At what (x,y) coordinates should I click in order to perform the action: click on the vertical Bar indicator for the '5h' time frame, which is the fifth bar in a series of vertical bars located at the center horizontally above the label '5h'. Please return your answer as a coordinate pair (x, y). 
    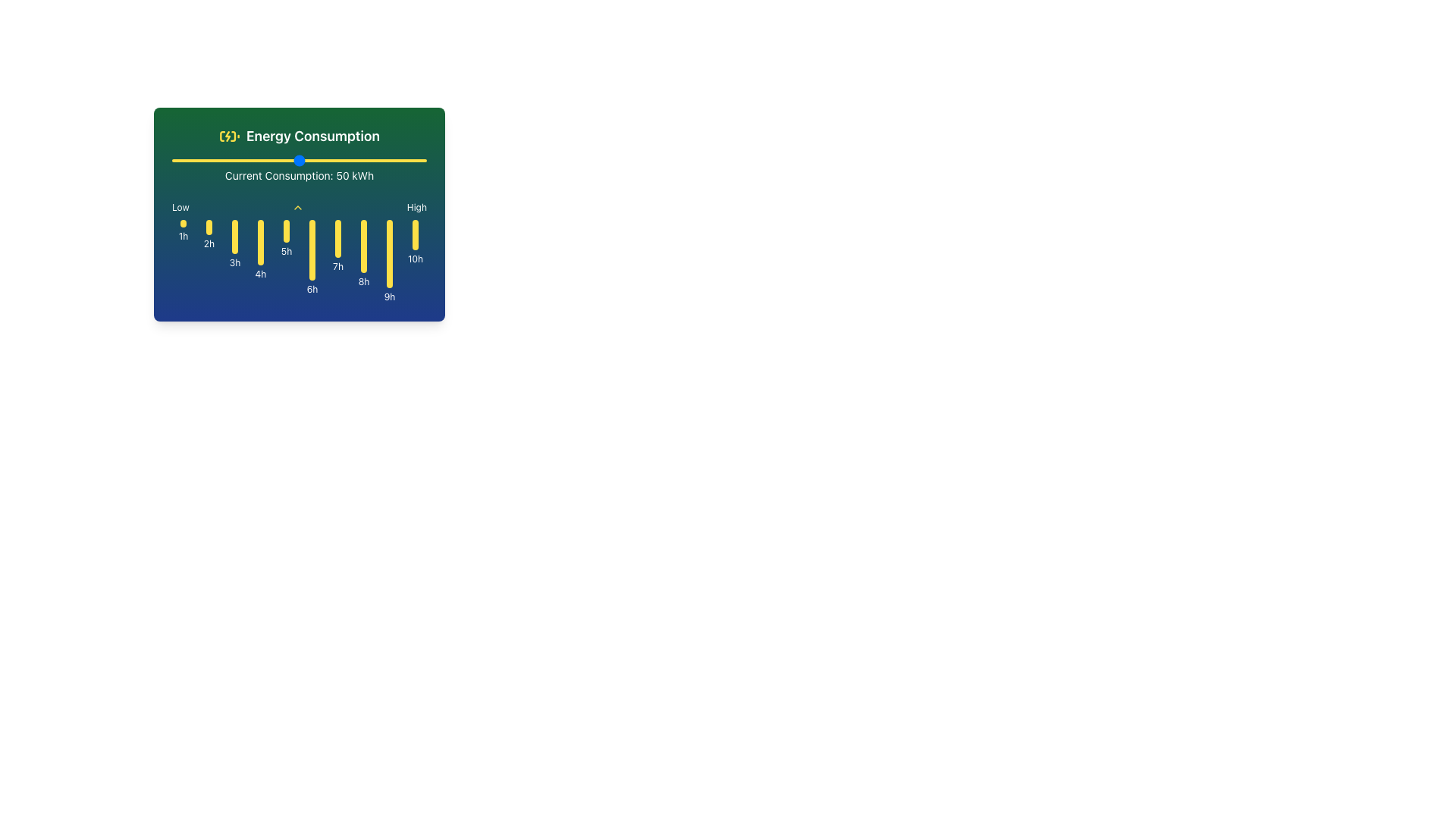
    Looking at the image, I should click on (287, 231).